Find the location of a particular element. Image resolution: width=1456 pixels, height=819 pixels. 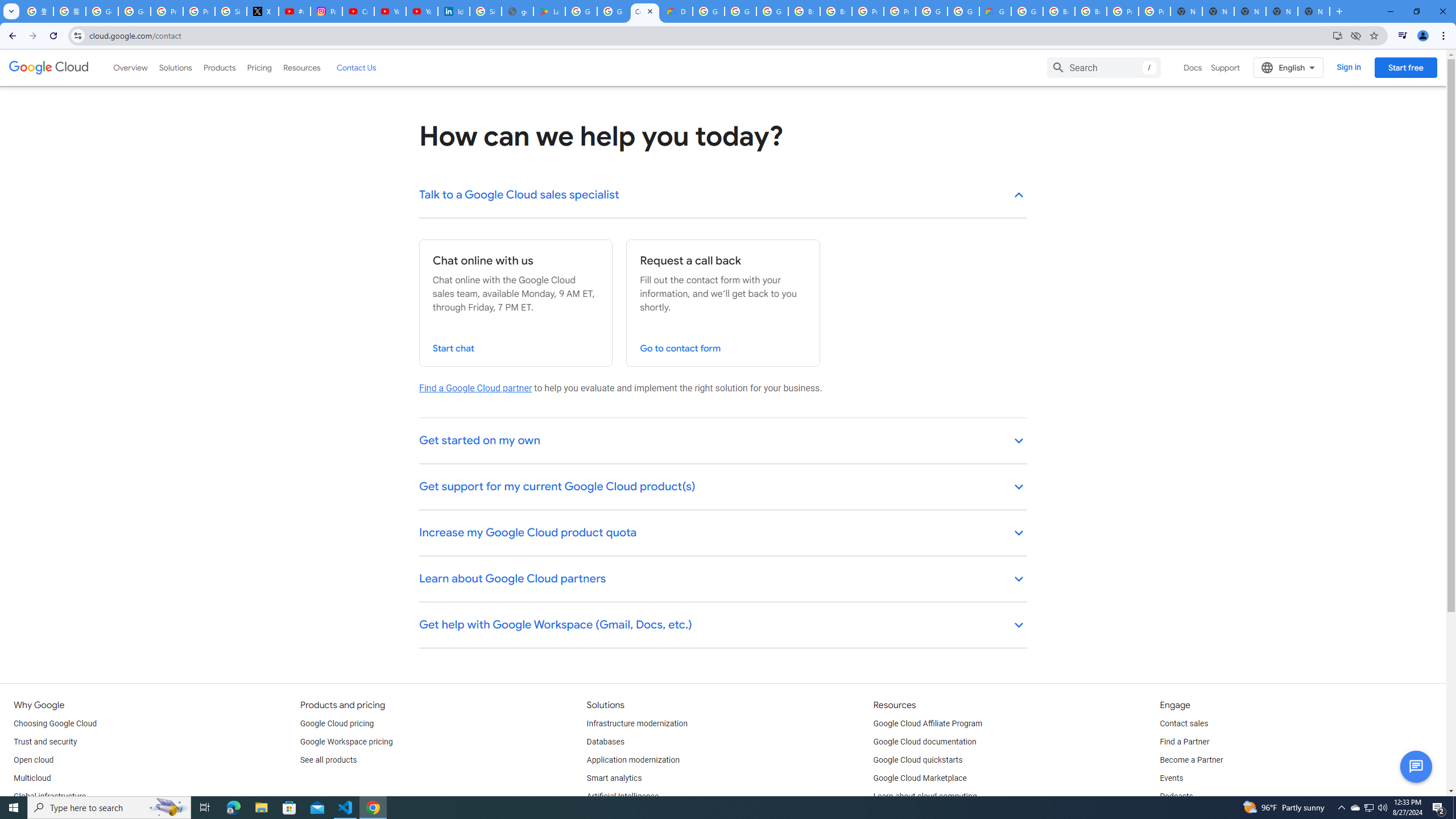

'Google Cloud' is located at coordinates (48, 67).